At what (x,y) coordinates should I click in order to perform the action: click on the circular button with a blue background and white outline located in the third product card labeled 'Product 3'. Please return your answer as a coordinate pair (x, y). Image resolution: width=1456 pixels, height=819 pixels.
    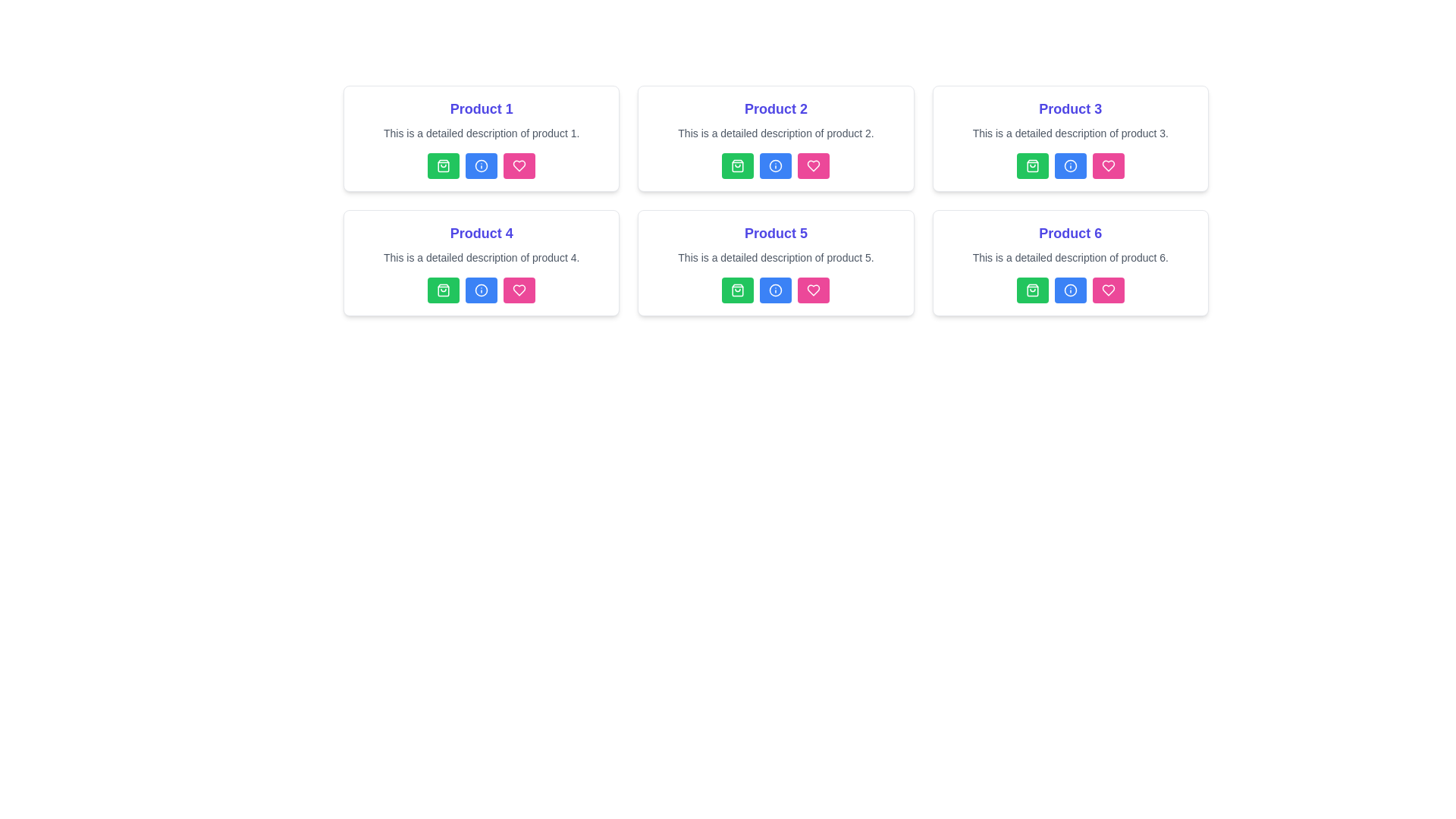
    Looking at the image, I should click on (1069, 166).